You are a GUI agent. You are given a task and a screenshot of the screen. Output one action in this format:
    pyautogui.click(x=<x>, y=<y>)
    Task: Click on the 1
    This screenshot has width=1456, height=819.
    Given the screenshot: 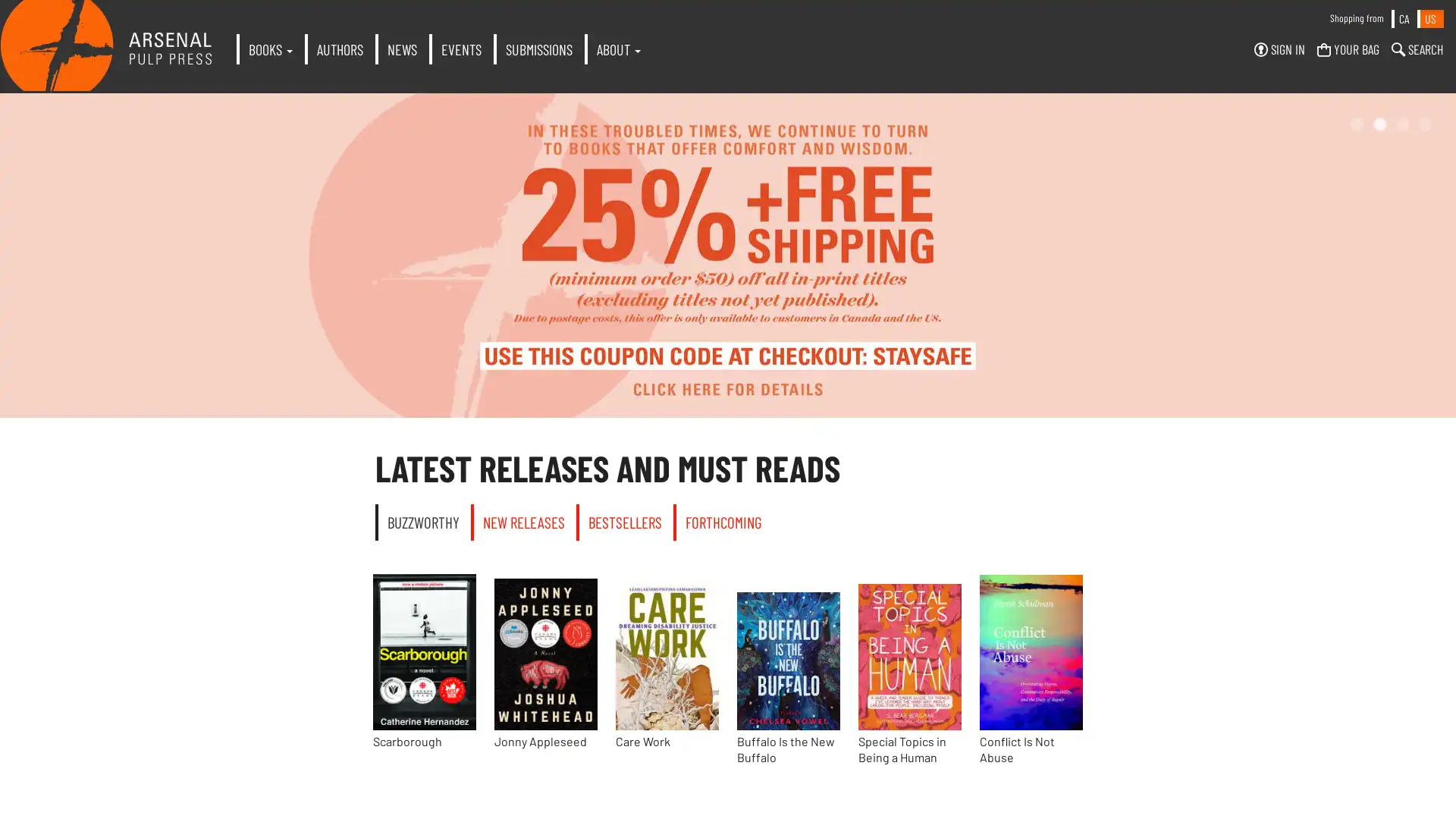 What is the action you would take?
    pyautogui.click(x=1357, y=124)
    